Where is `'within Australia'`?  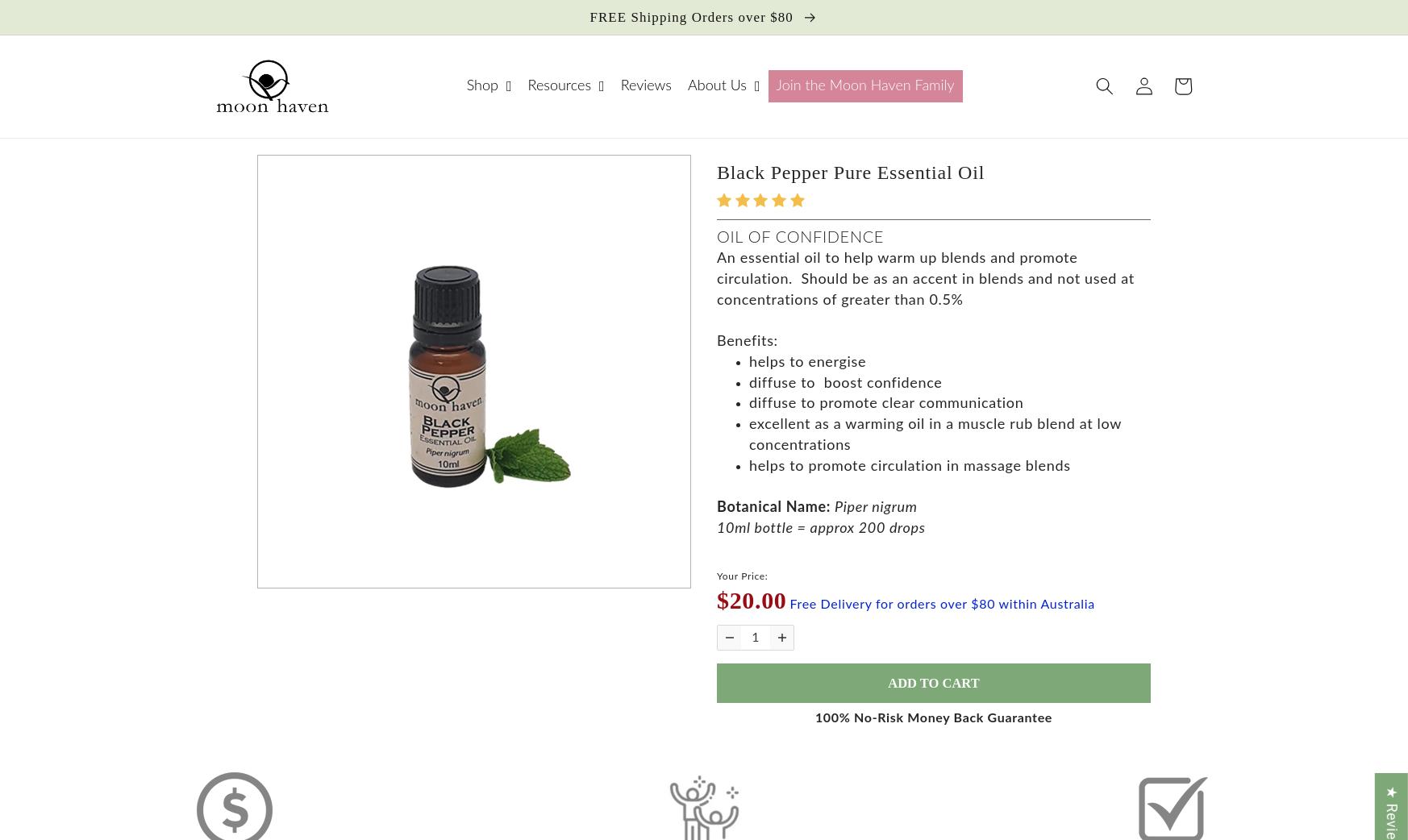 'within Australia' is located at coordinates (1045, 604).